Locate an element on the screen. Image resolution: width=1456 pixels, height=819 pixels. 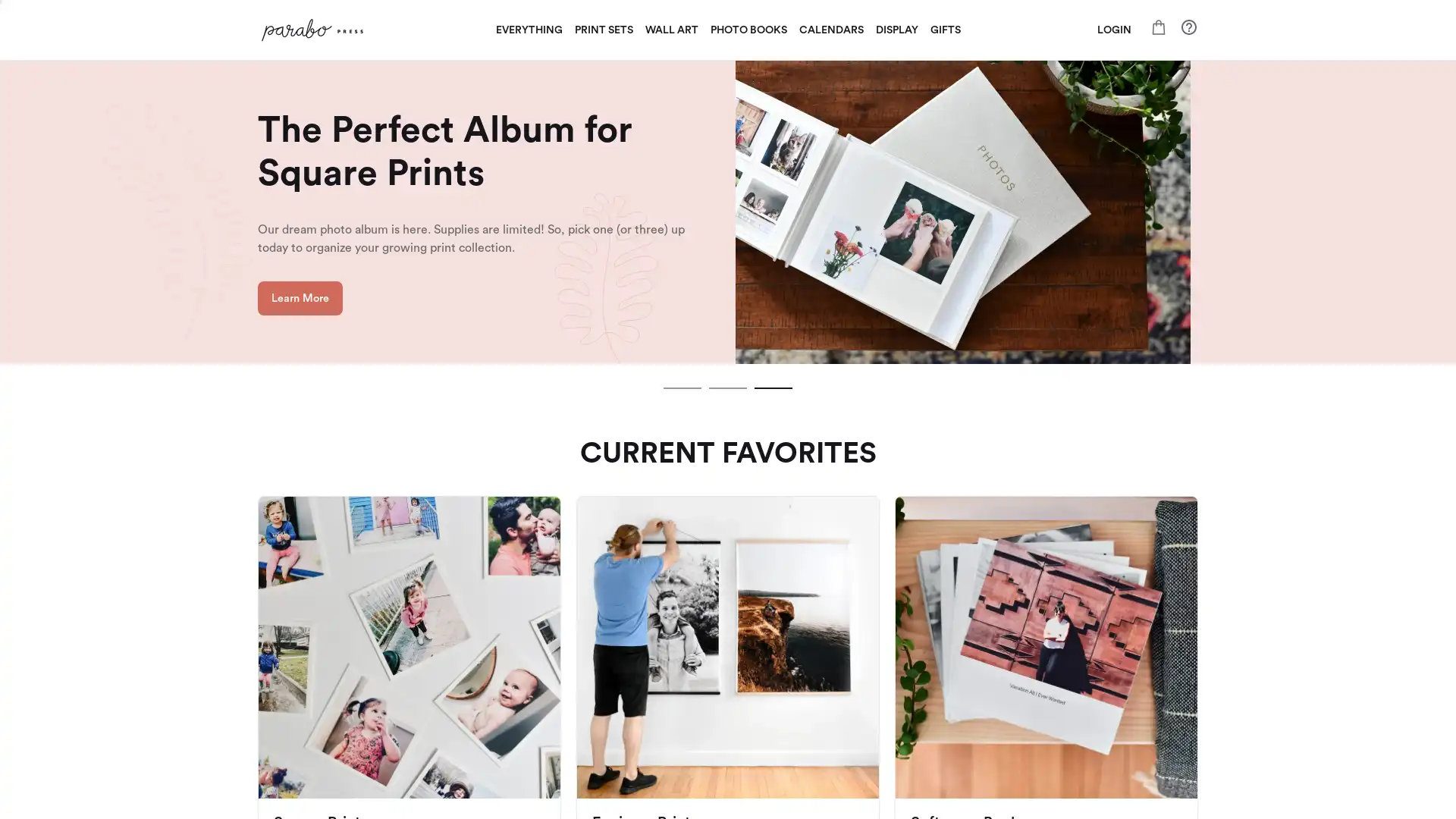
slide dot is located at coordinates (773, 388).